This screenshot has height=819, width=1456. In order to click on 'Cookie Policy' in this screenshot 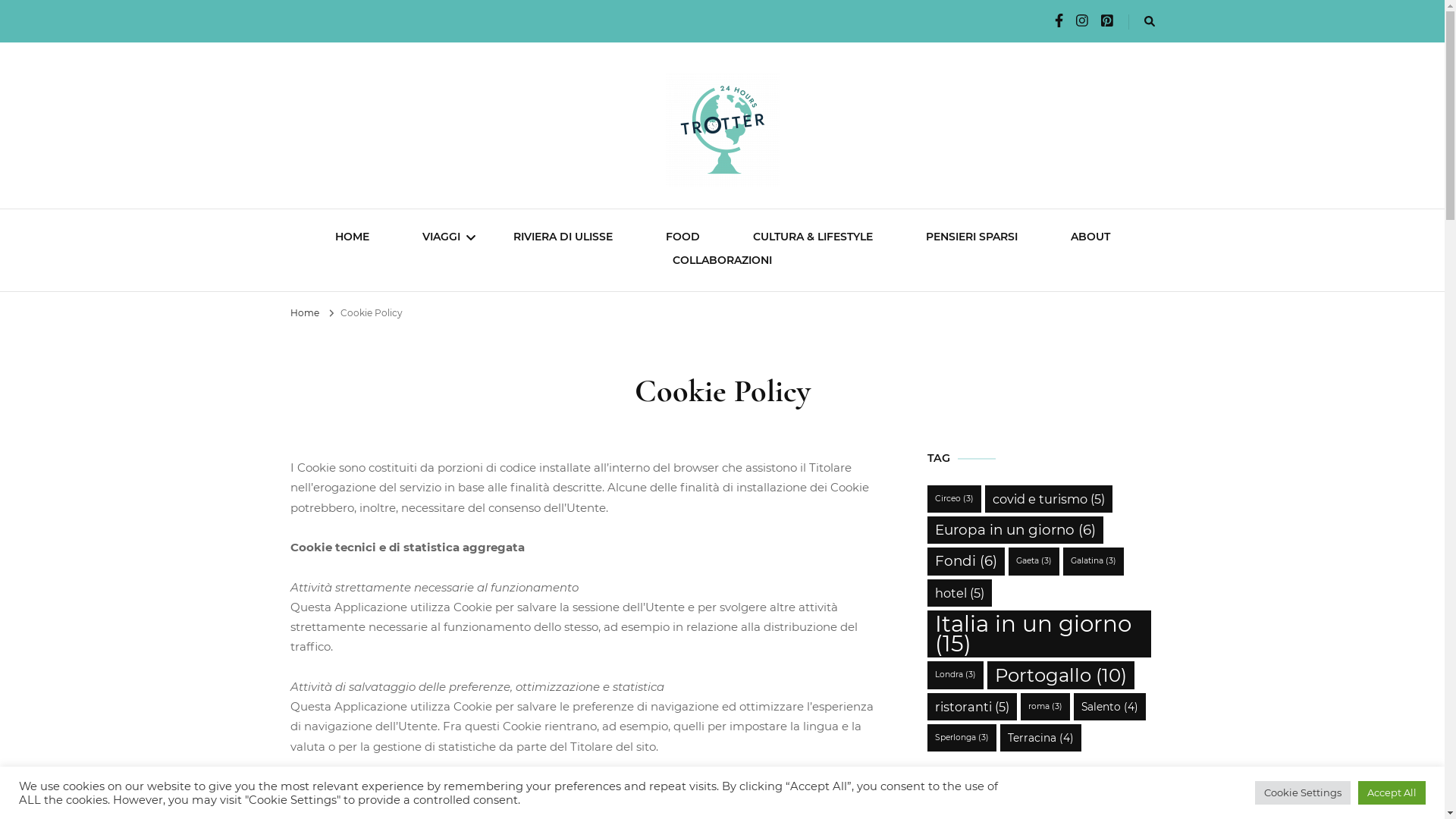, I will do `click(371, 312)`.